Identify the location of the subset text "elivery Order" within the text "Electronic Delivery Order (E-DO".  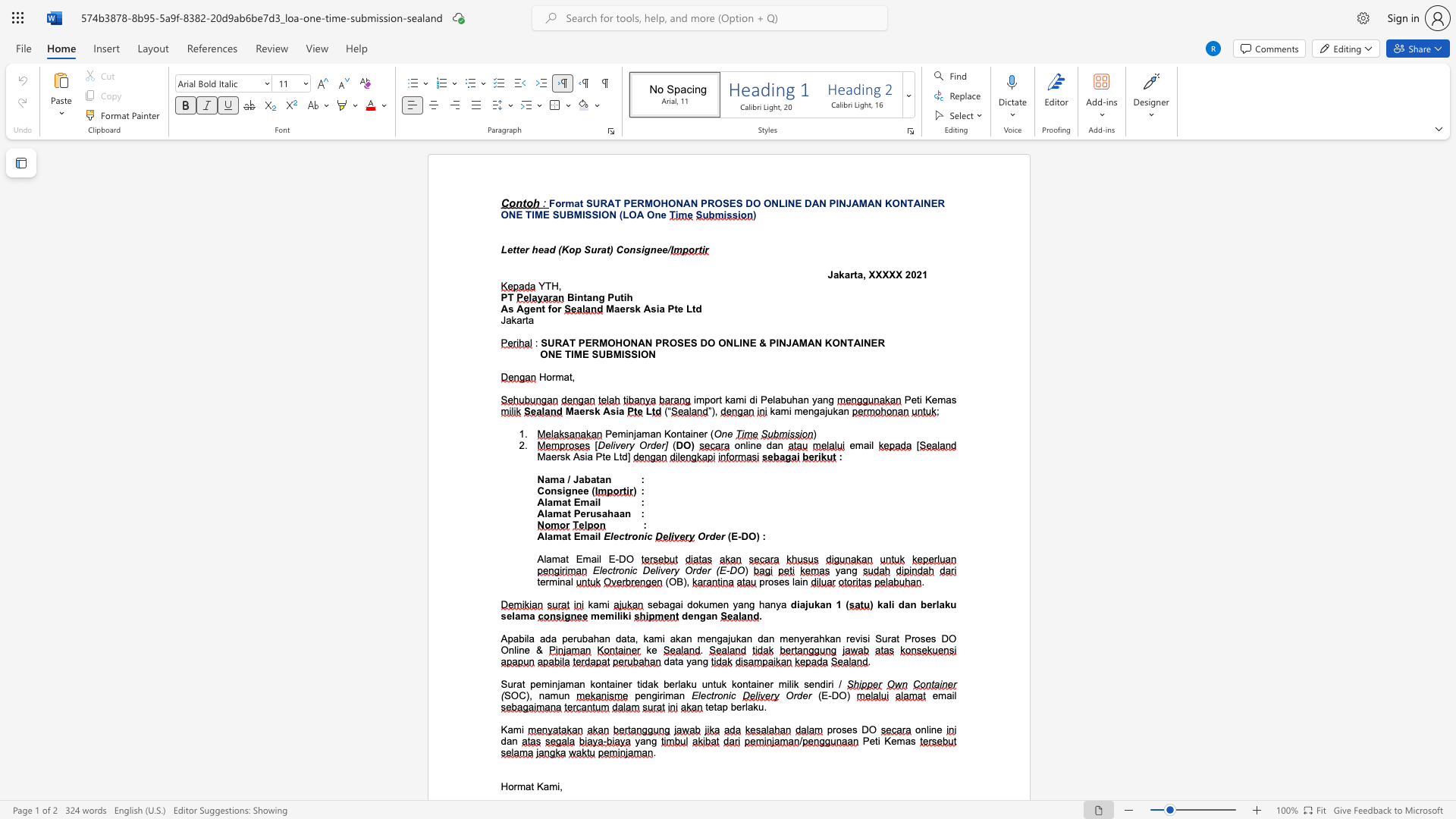
(650, 570).